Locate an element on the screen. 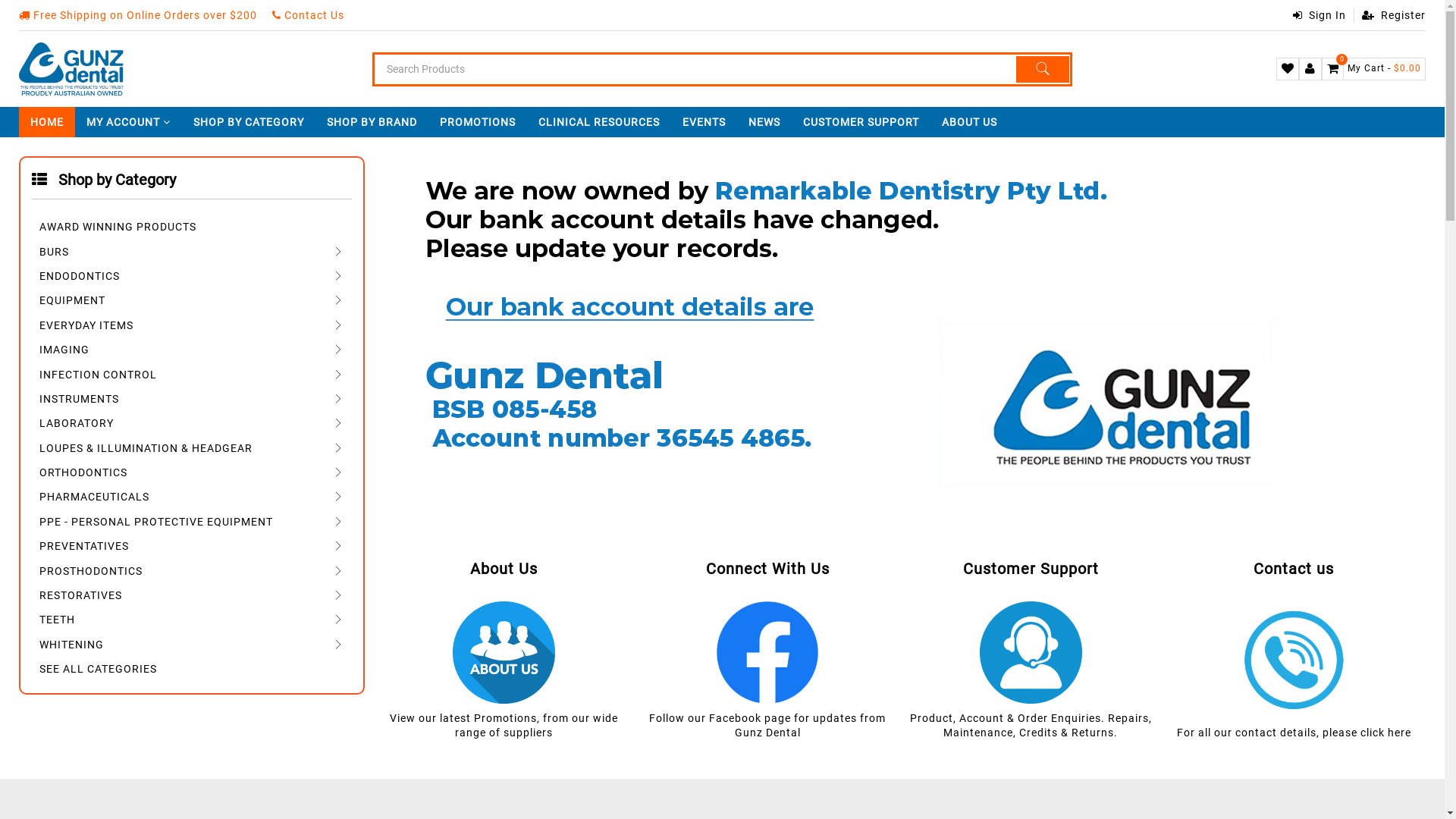 The width and height of the screenshot is (1456, 819). 'BURS' is located at coordinates (191, 250).